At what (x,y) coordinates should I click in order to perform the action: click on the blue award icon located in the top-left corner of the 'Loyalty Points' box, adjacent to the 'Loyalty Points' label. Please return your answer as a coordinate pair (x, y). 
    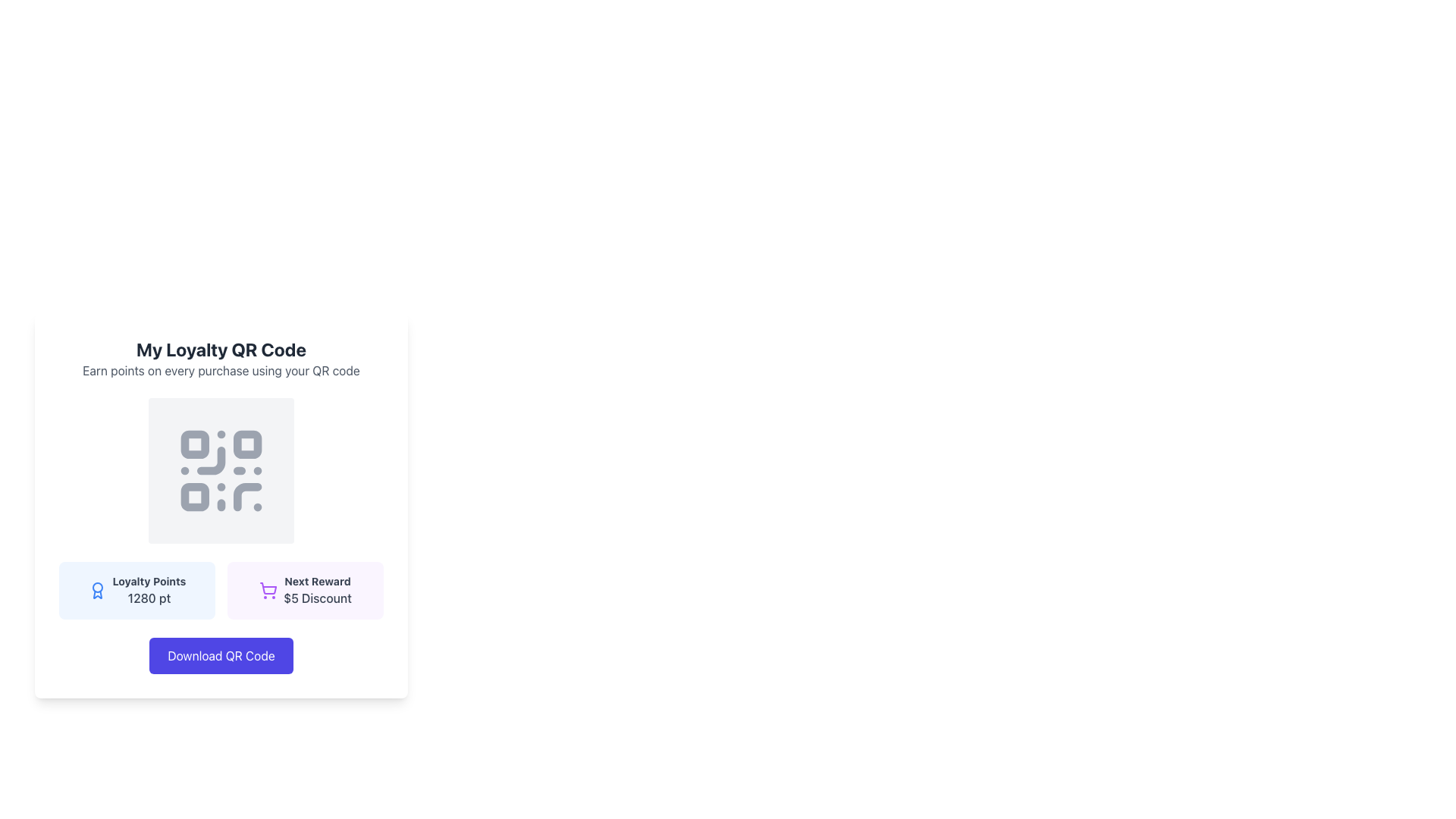
    Looking at the image, I should click on (96, 590).